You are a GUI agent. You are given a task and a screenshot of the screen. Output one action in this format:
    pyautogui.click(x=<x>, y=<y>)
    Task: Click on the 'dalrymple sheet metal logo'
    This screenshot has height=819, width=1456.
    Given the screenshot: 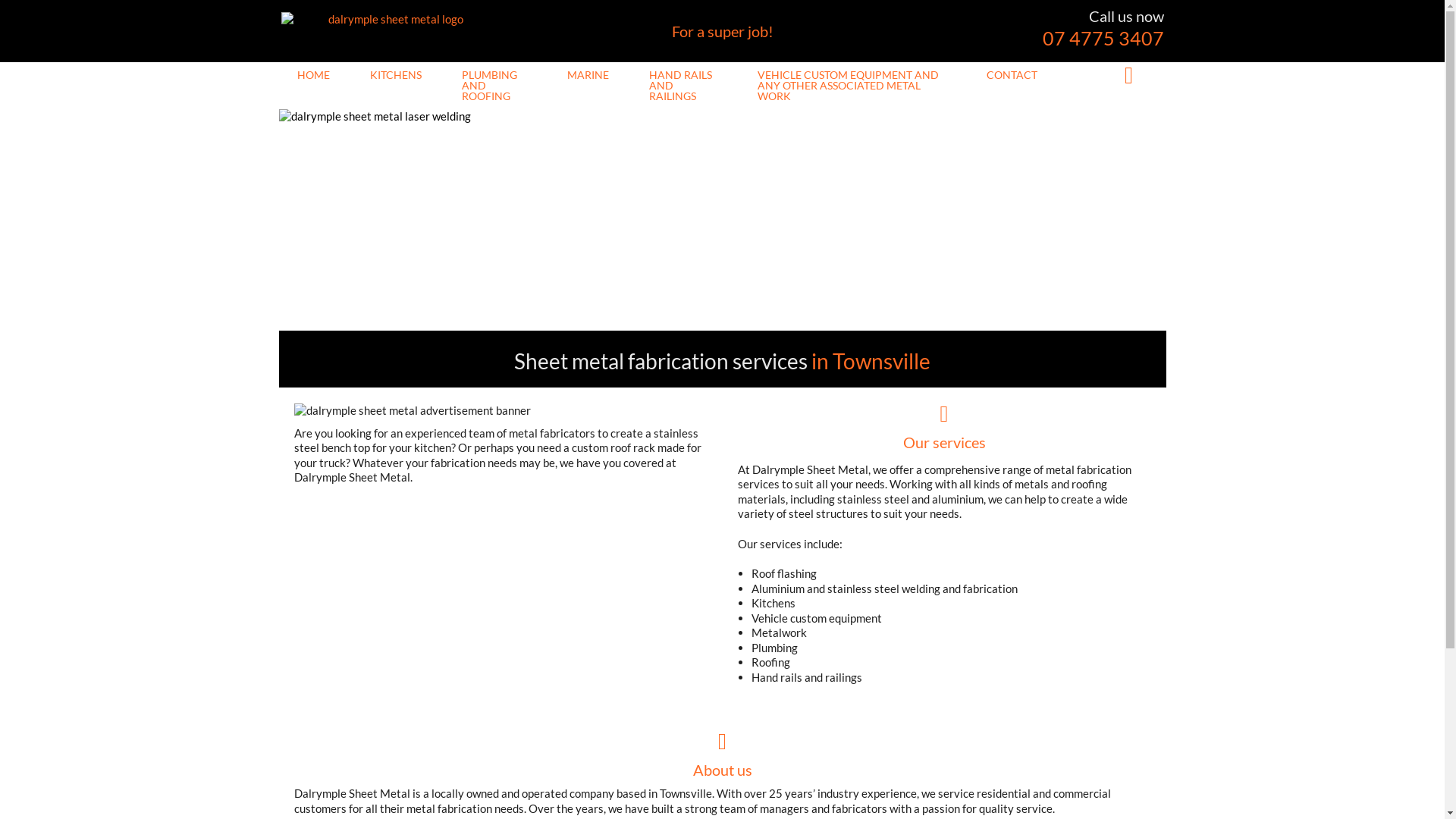 What is the action you would take?
    pyautogui.click(x=389, y=20)
    